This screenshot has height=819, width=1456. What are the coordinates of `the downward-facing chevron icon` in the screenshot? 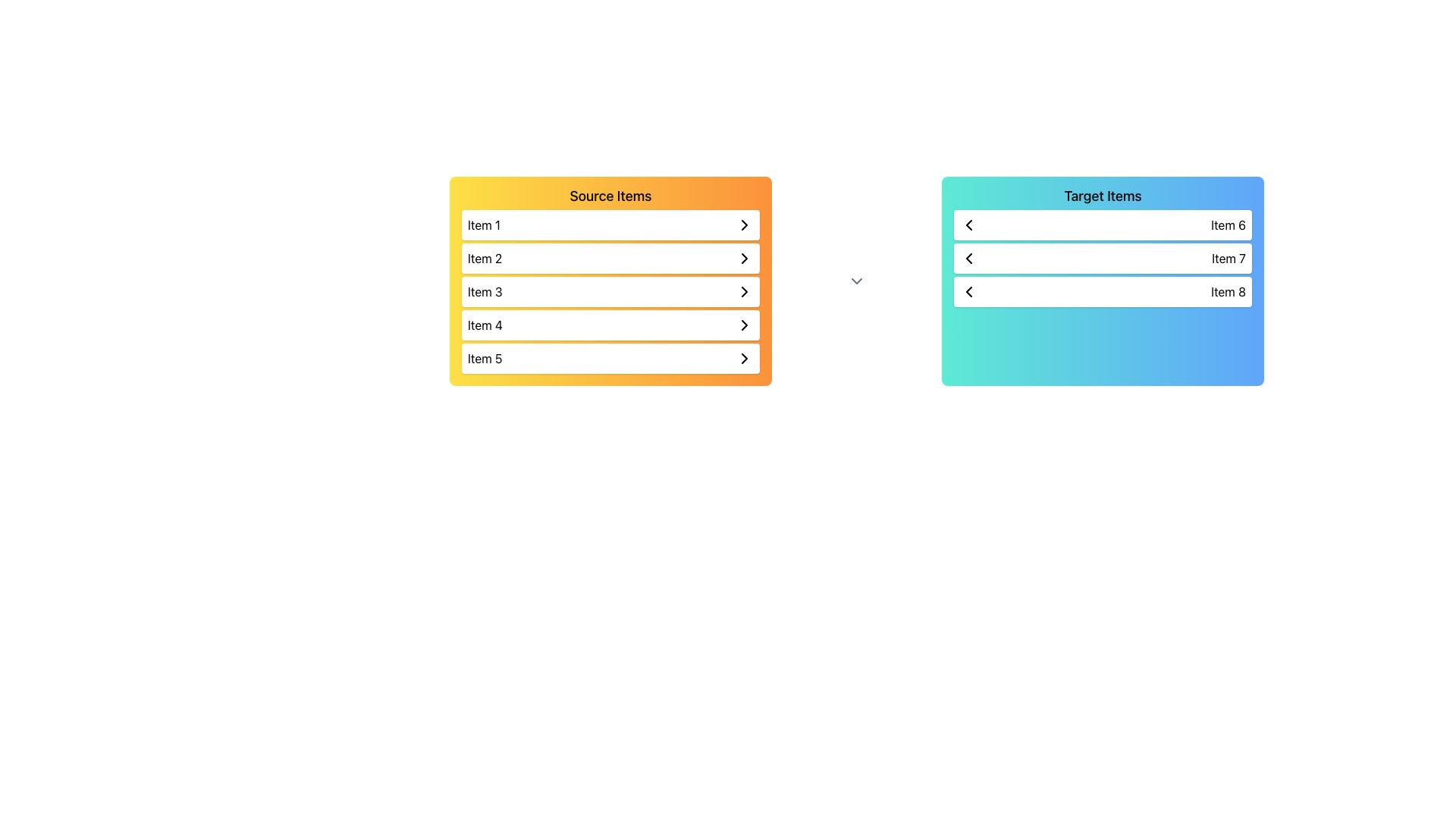 It's located at (856, 281).